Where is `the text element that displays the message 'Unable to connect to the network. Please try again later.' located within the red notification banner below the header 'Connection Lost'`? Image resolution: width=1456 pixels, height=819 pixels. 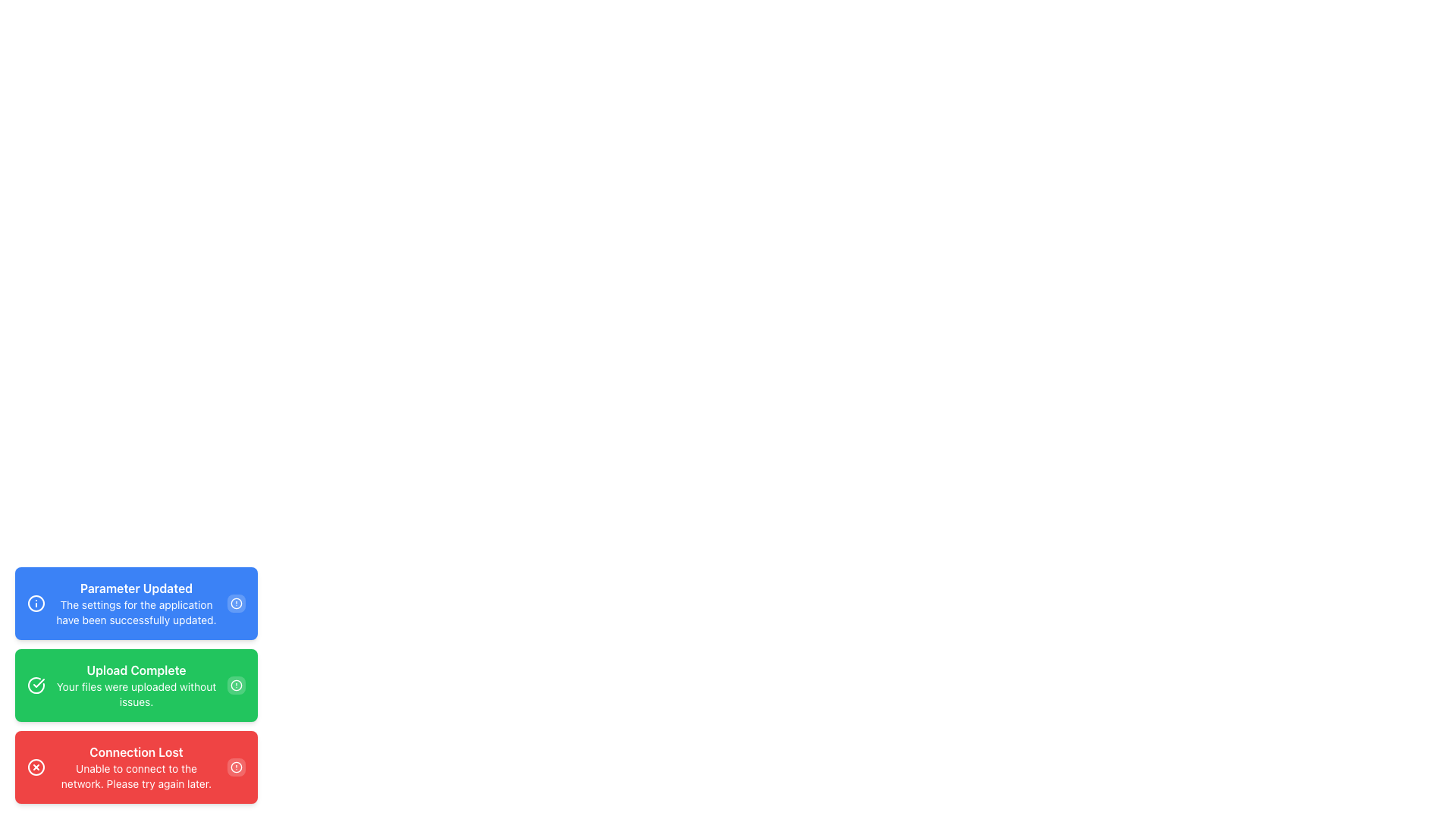 the text element that displays the message 'Unable to connect to the network. Please try again later.' located within the red notification banner below the header 'Connection Lost' is located at coordinates (136, 776).